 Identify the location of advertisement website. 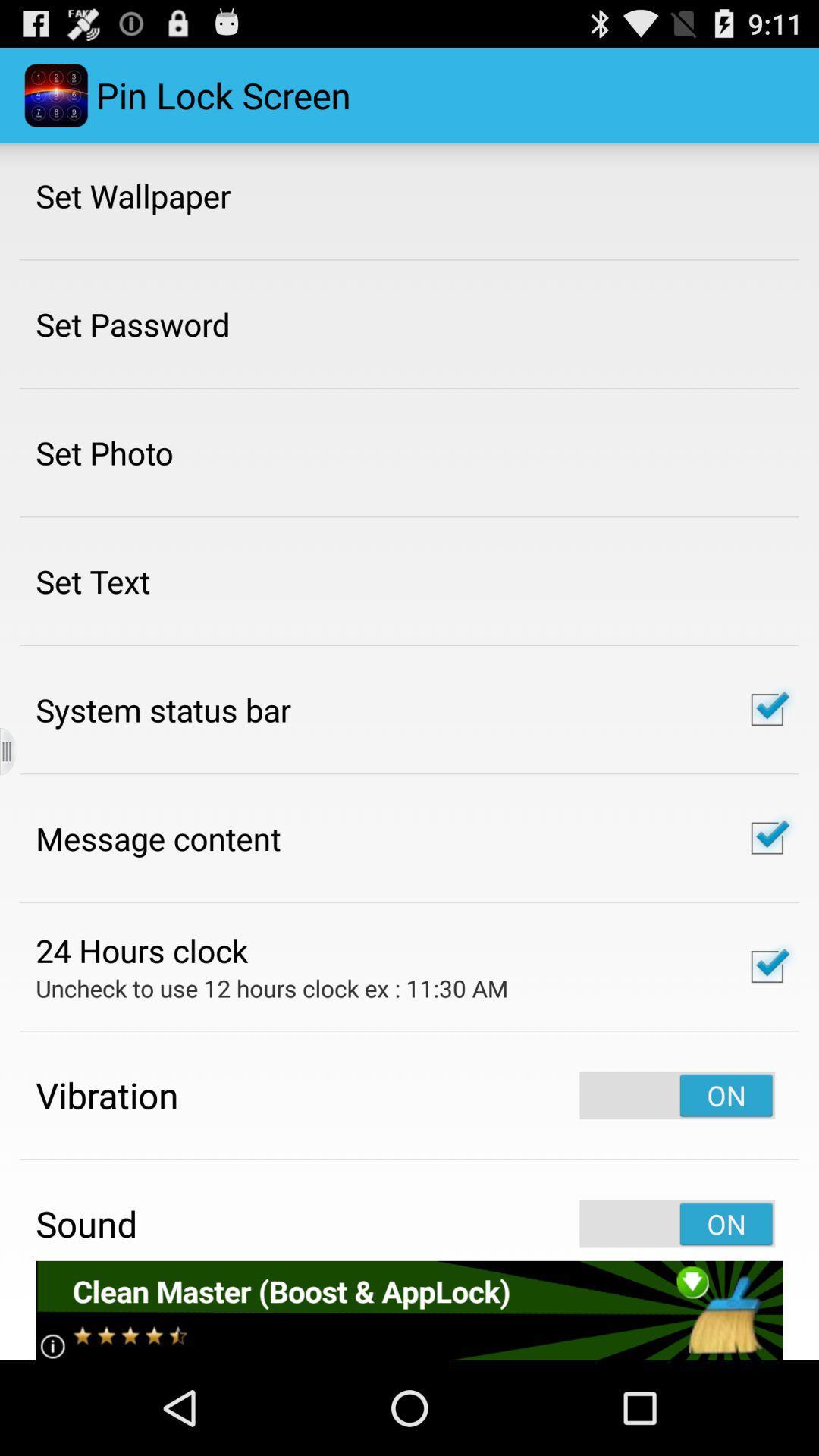
(408, 1310).